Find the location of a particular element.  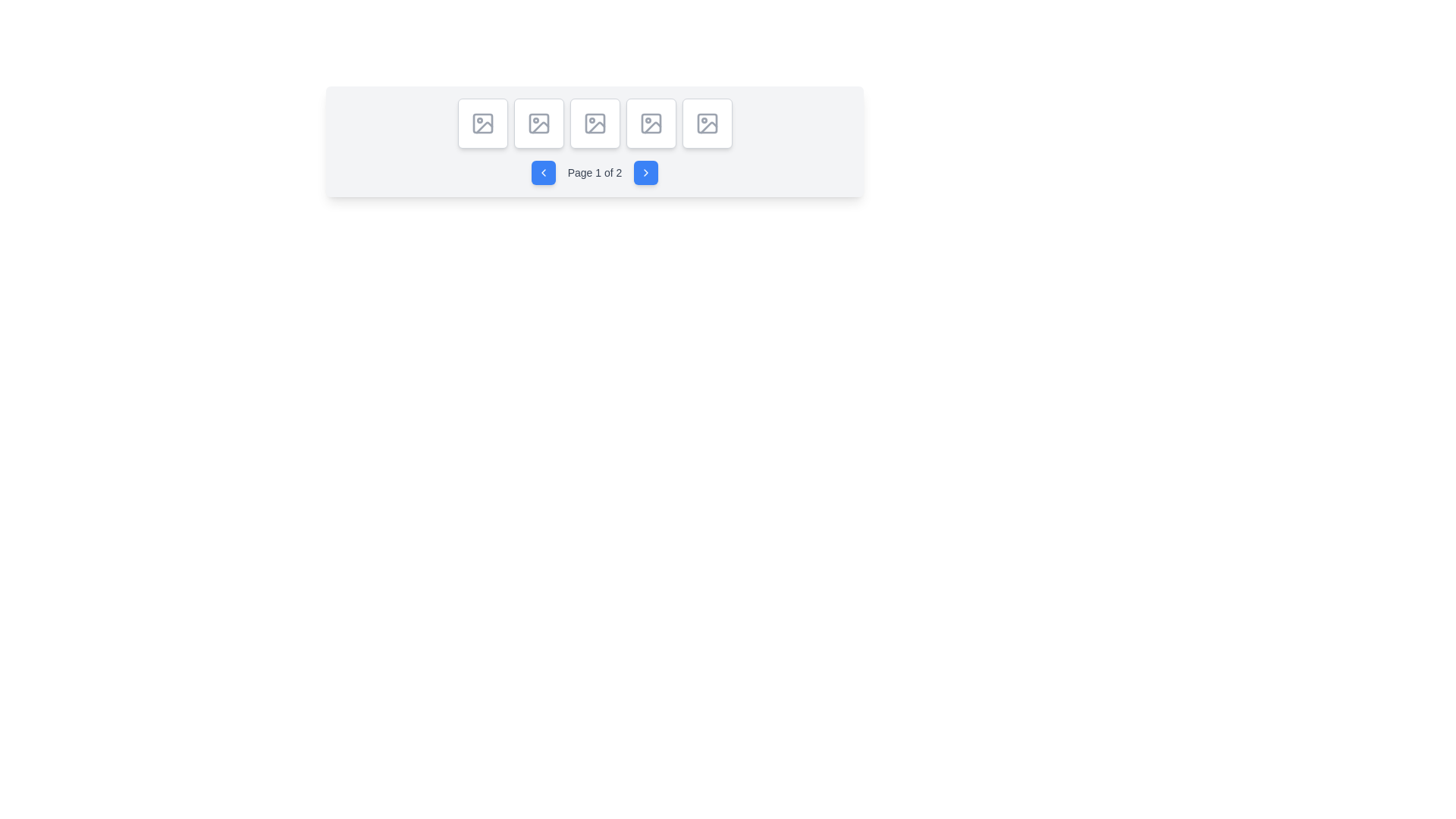

the gray diagonal line icon with a circular shape connected, which is the fifth icon in the top center navigation bar is located at coordinates (708, 127).